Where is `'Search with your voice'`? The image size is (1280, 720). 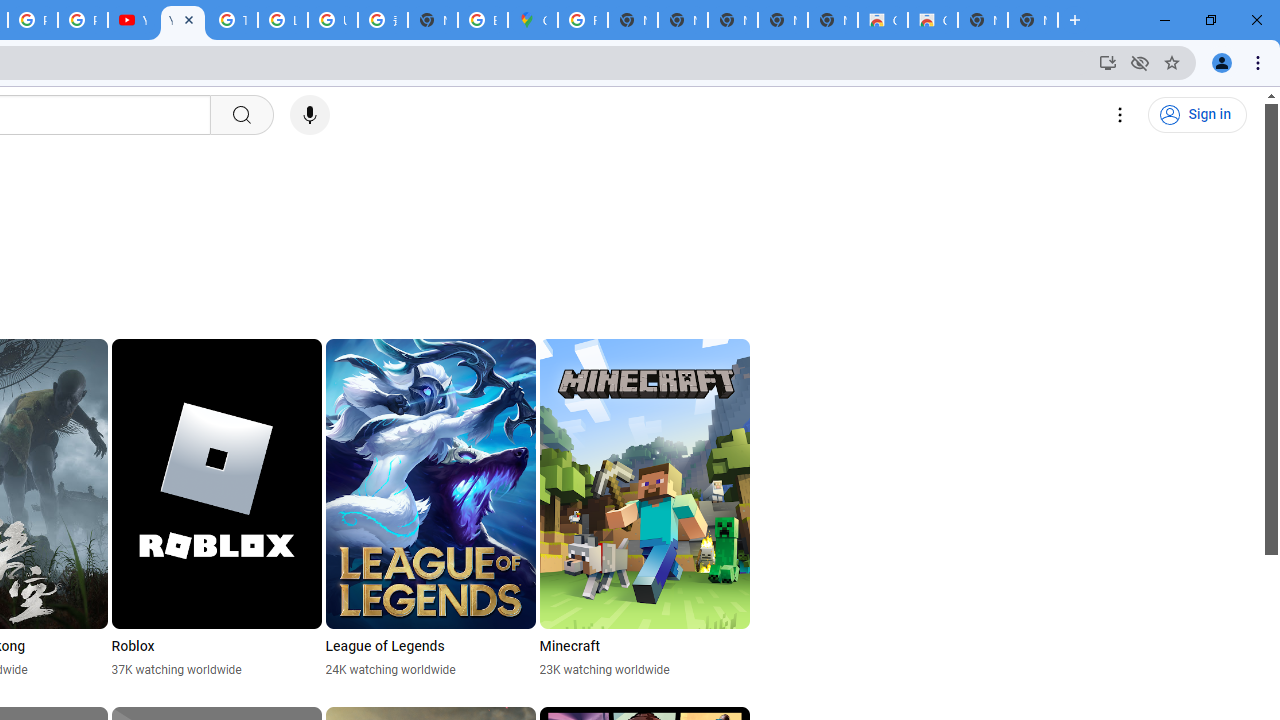
'Search with your voice' is located at coordinates (308, 115).